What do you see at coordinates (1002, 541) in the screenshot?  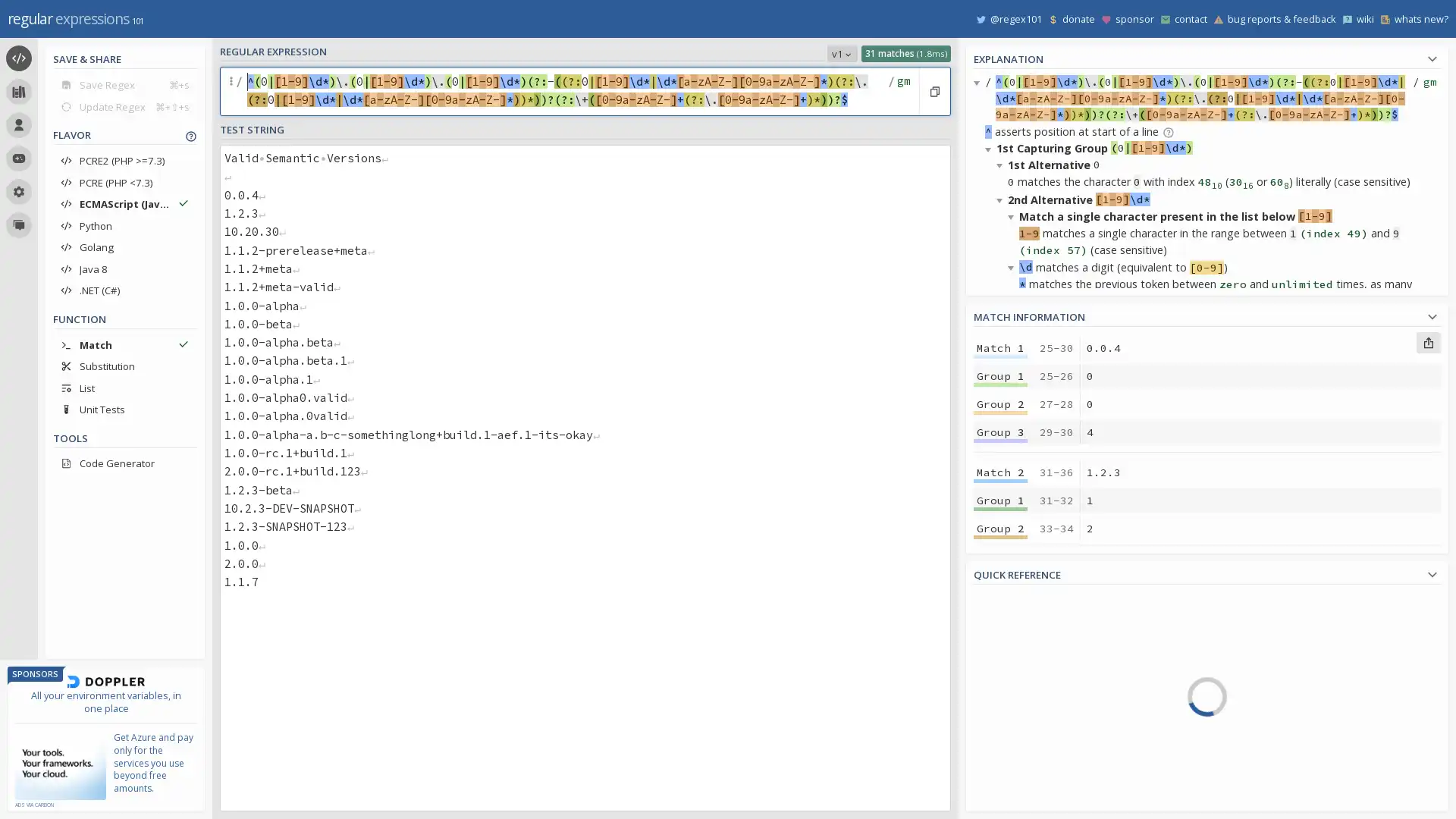 I see `Collapse Subtree` at bounding box center [1002, 541].